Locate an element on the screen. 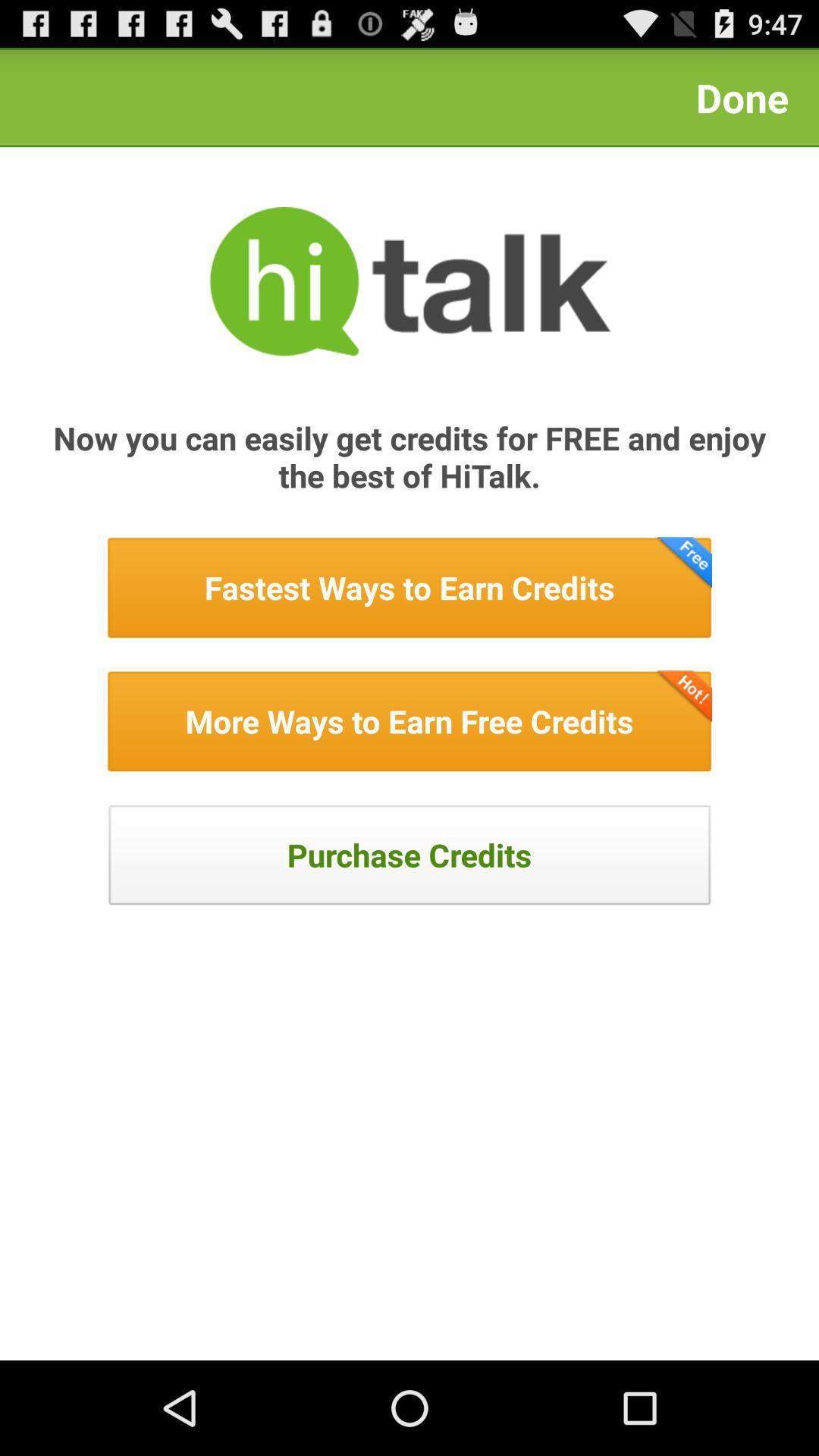  purchase credits is located at coordinates (409, 855).